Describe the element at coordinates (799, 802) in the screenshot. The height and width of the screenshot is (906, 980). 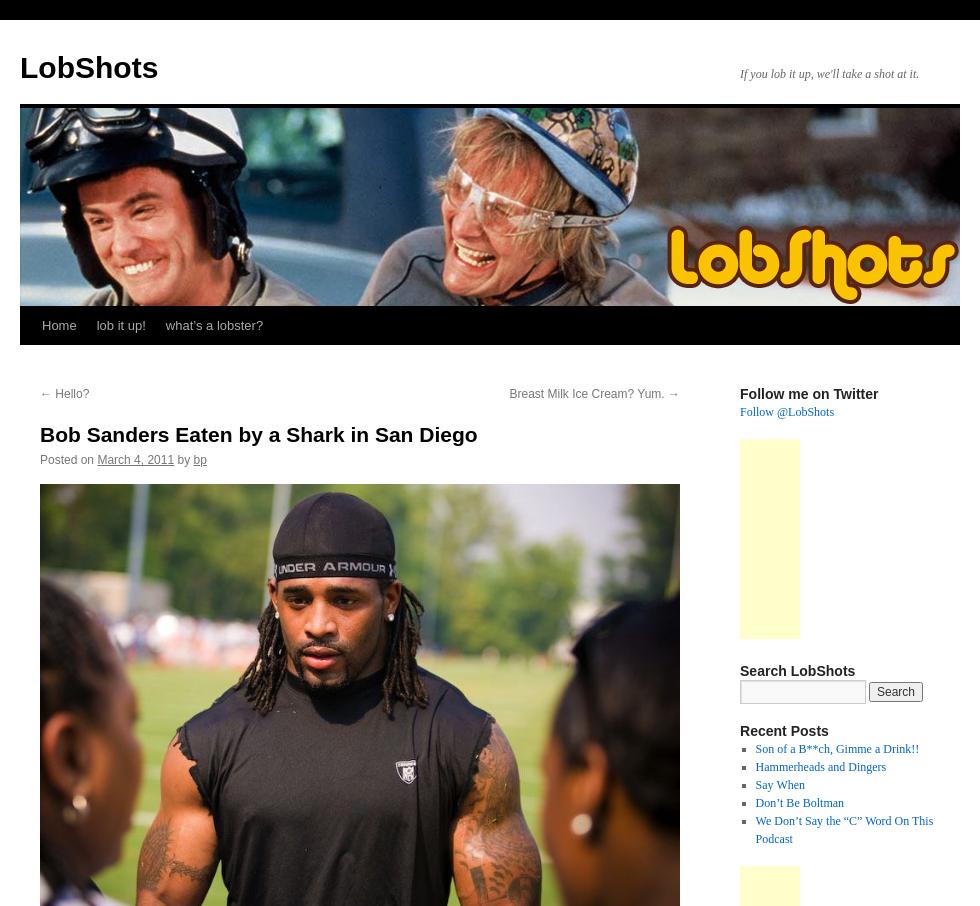
I see `'Don’t Be Boltman'` at that location.